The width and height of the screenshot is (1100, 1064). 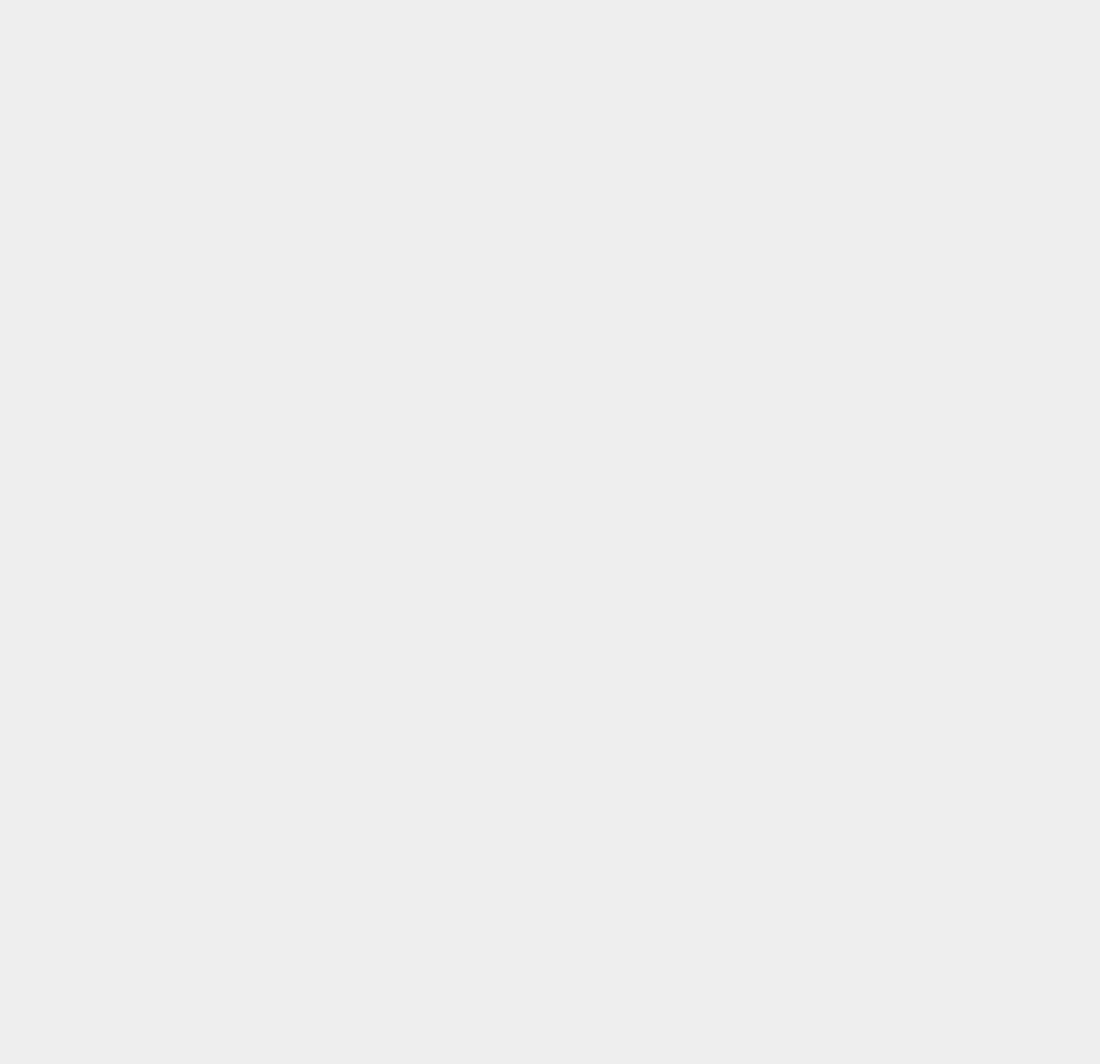 What do you see at coordinates (828, 417) in the screenshot?
I see `'Google Adwords'` at bounding box center [828, 417].